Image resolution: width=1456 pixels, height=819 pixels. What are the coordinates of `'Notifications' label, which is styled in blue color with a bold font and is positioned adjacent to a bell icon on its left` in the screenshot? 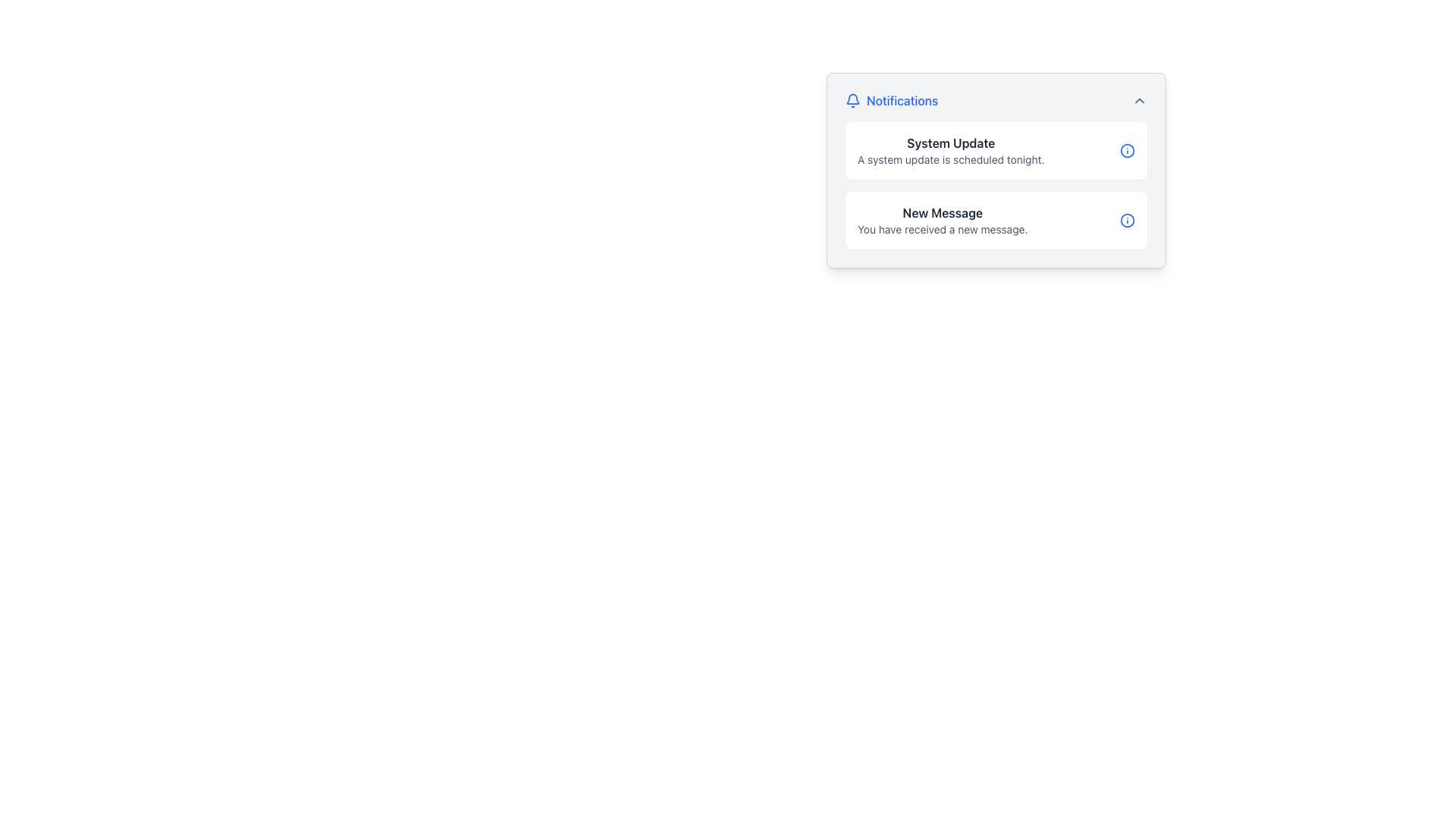 It's located at (892, 100).